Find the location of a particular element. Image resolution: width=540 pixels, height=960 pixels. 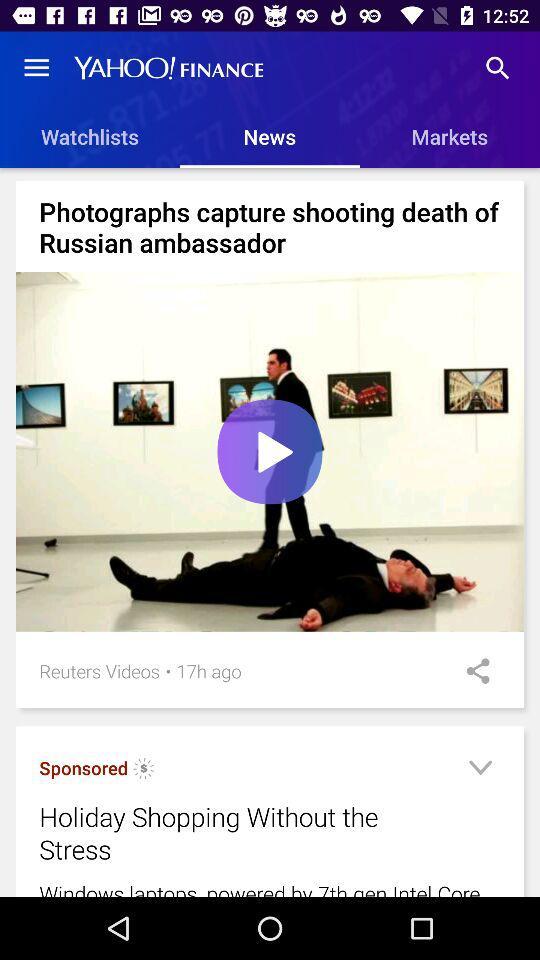

the sponsored is located at coordinates (82, 767).